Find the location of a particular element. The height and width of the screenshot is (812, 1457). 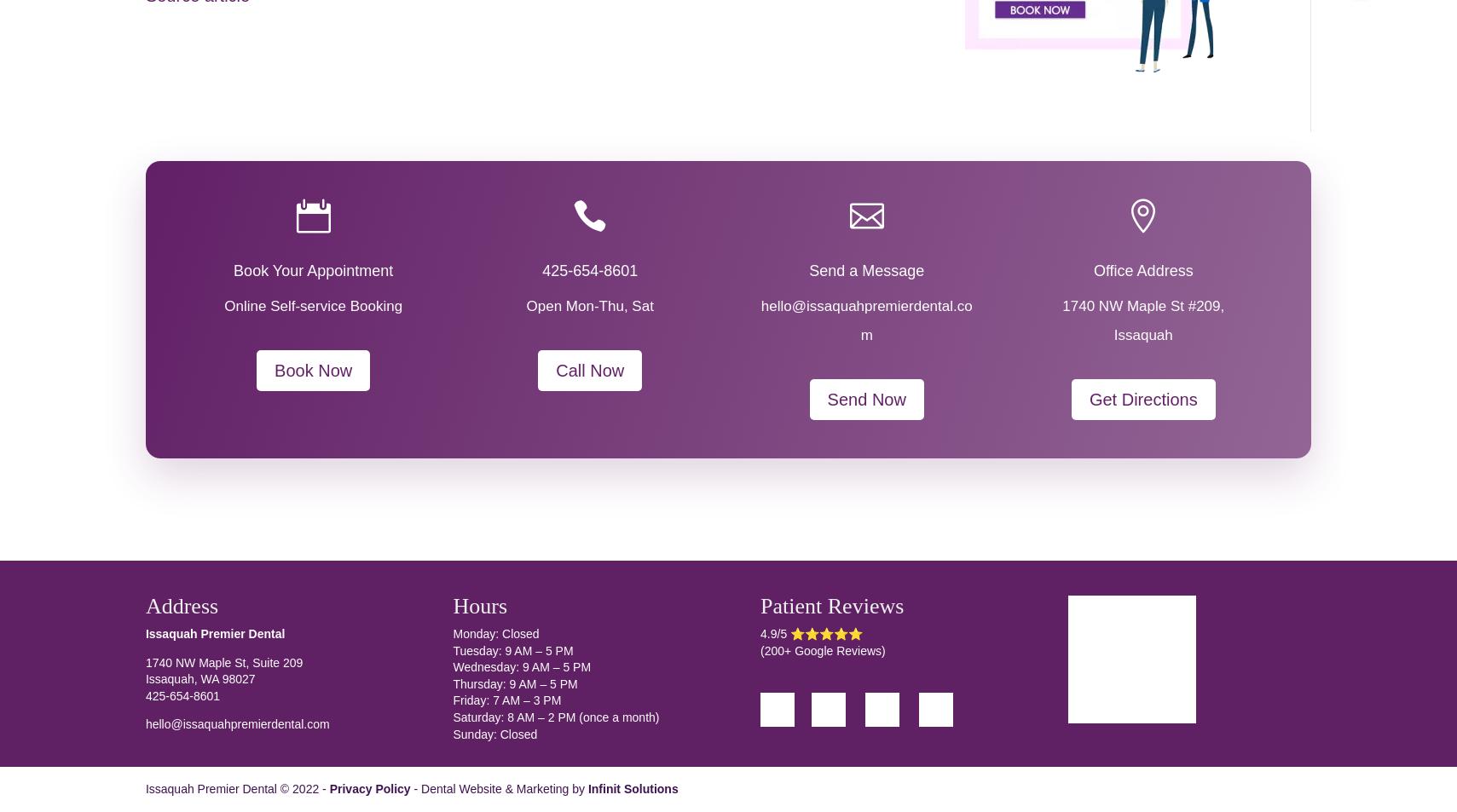

'Wednesday: 9 AM – 5 PM' is located at coordinates (520, 666).